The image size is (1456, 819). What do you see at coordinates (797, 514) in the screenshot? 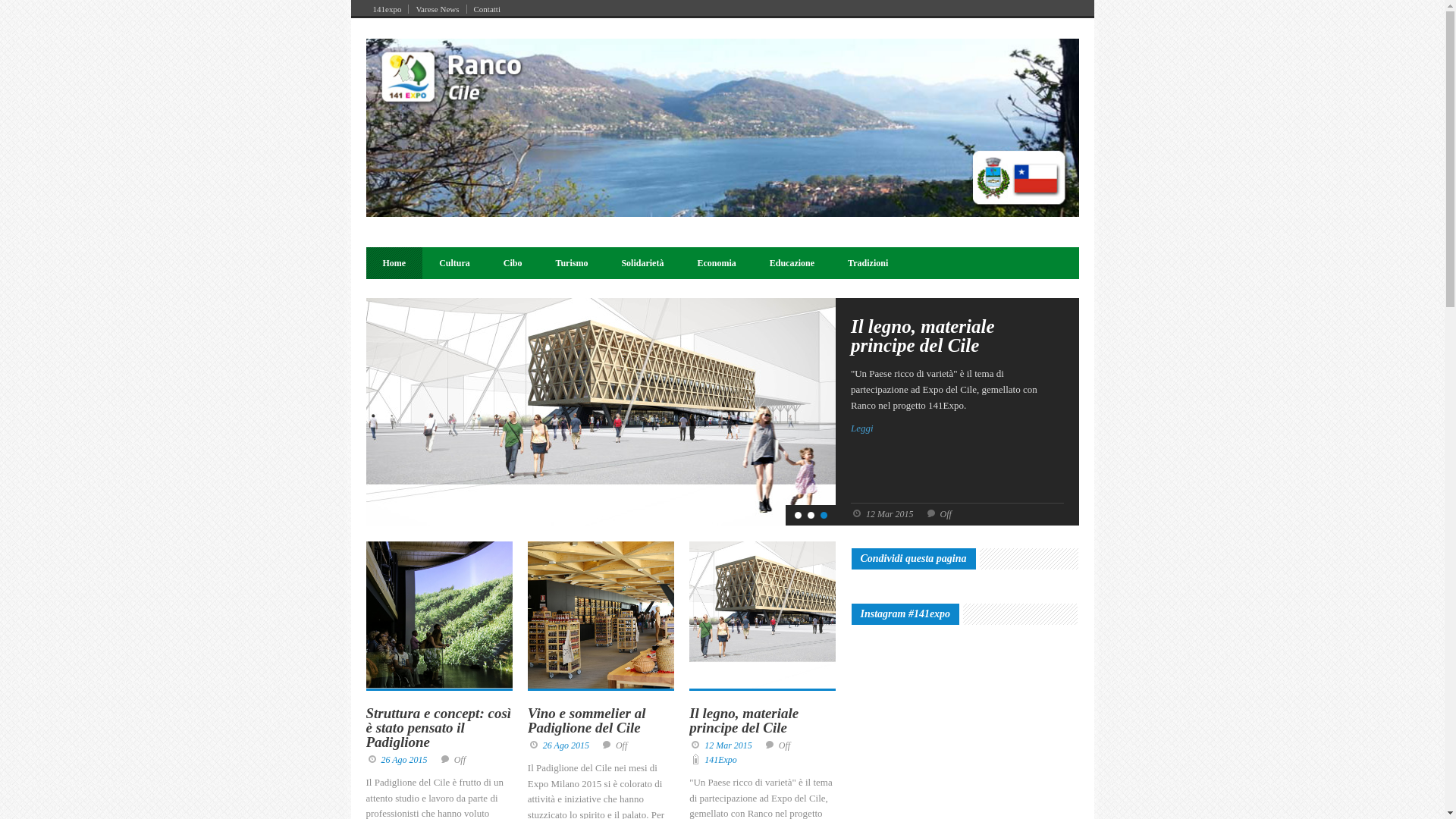
I see `'1'` at bounding box center [797, 514].